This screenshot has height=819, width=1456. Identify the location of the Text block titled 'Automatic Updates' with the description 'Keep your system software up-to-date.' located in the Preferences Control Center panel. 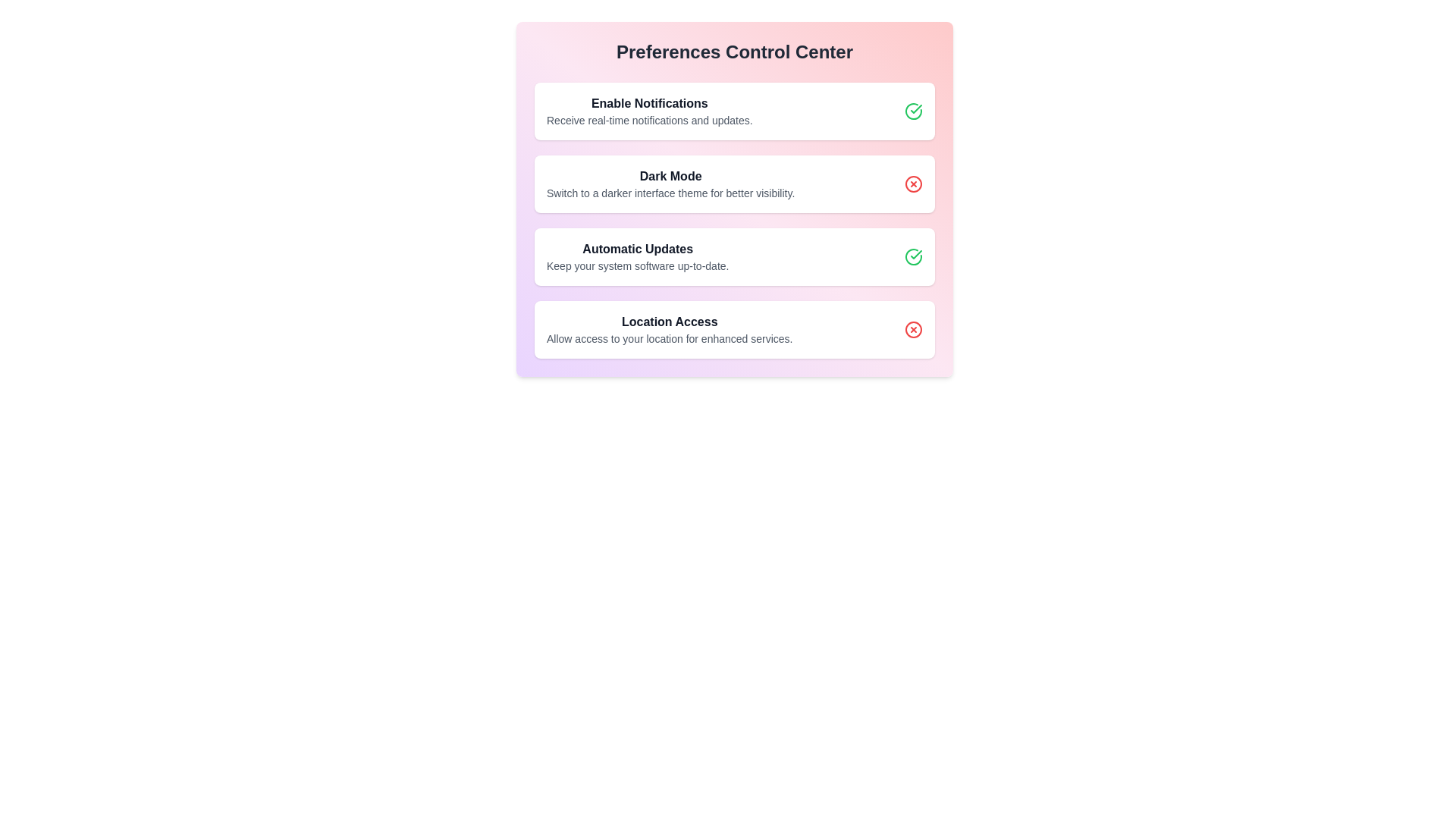
(638, 256).